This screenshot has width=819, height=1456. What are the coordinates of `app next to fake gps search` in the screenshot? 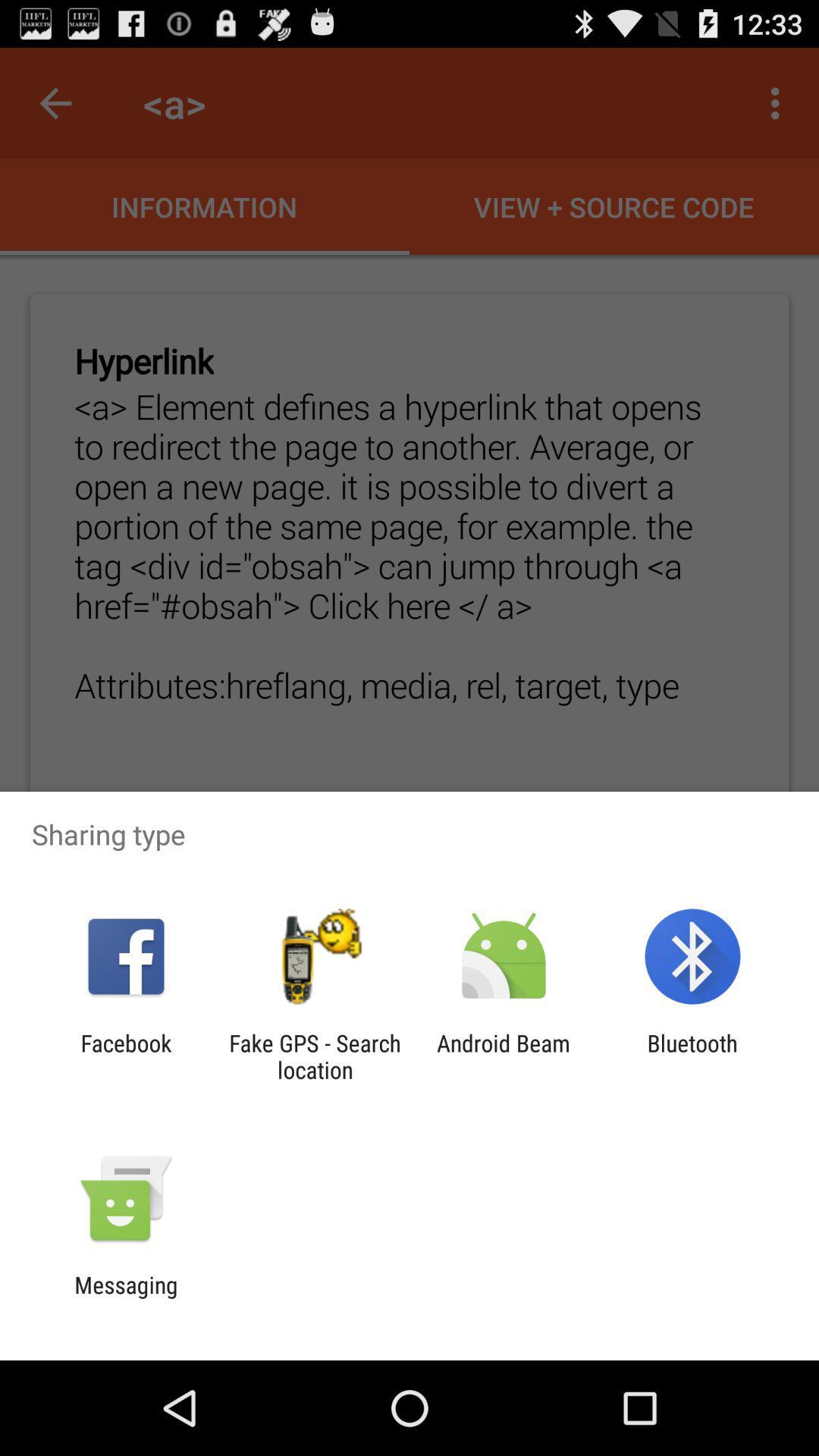 It's located at (125, 1056).